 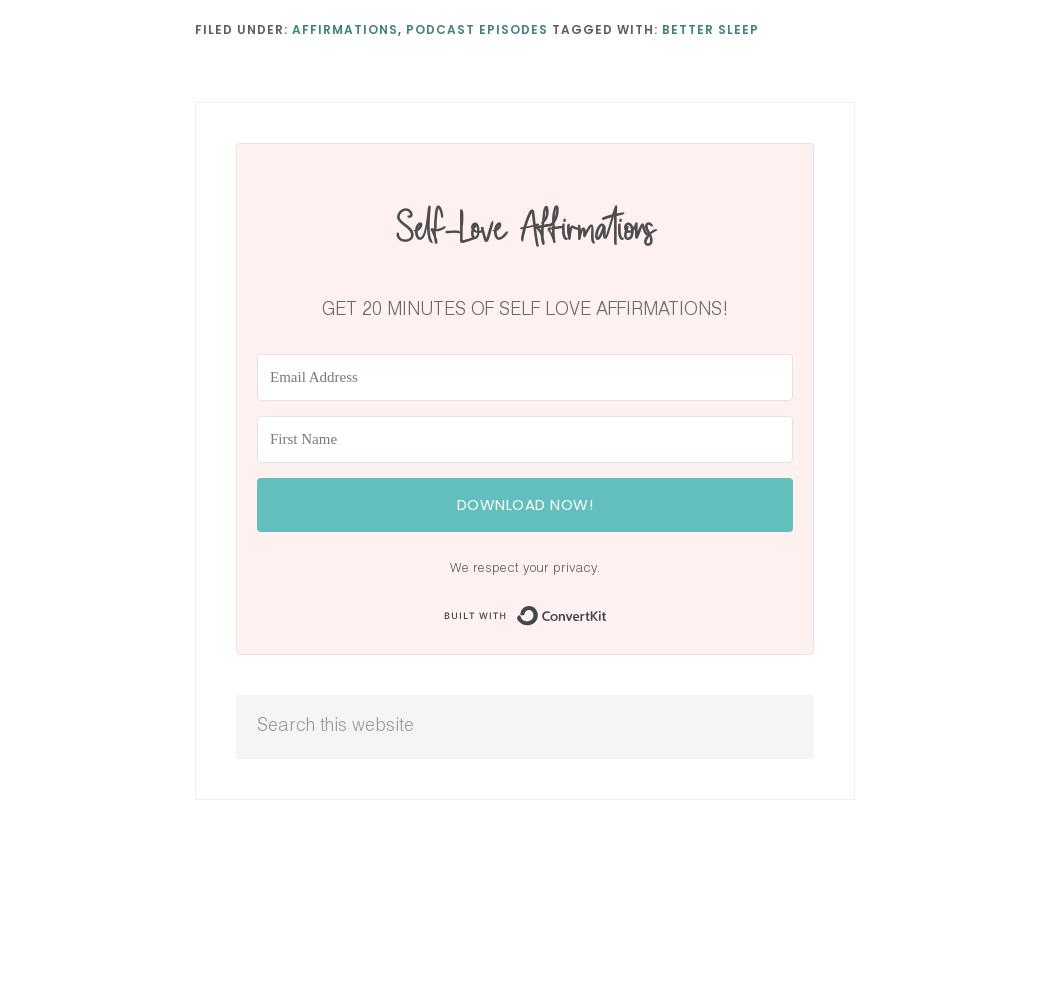 What do you see at coordinates (477, 28) in the screenshot?
I see `'Podcast Episodes'` at bounding box center [477, 28].